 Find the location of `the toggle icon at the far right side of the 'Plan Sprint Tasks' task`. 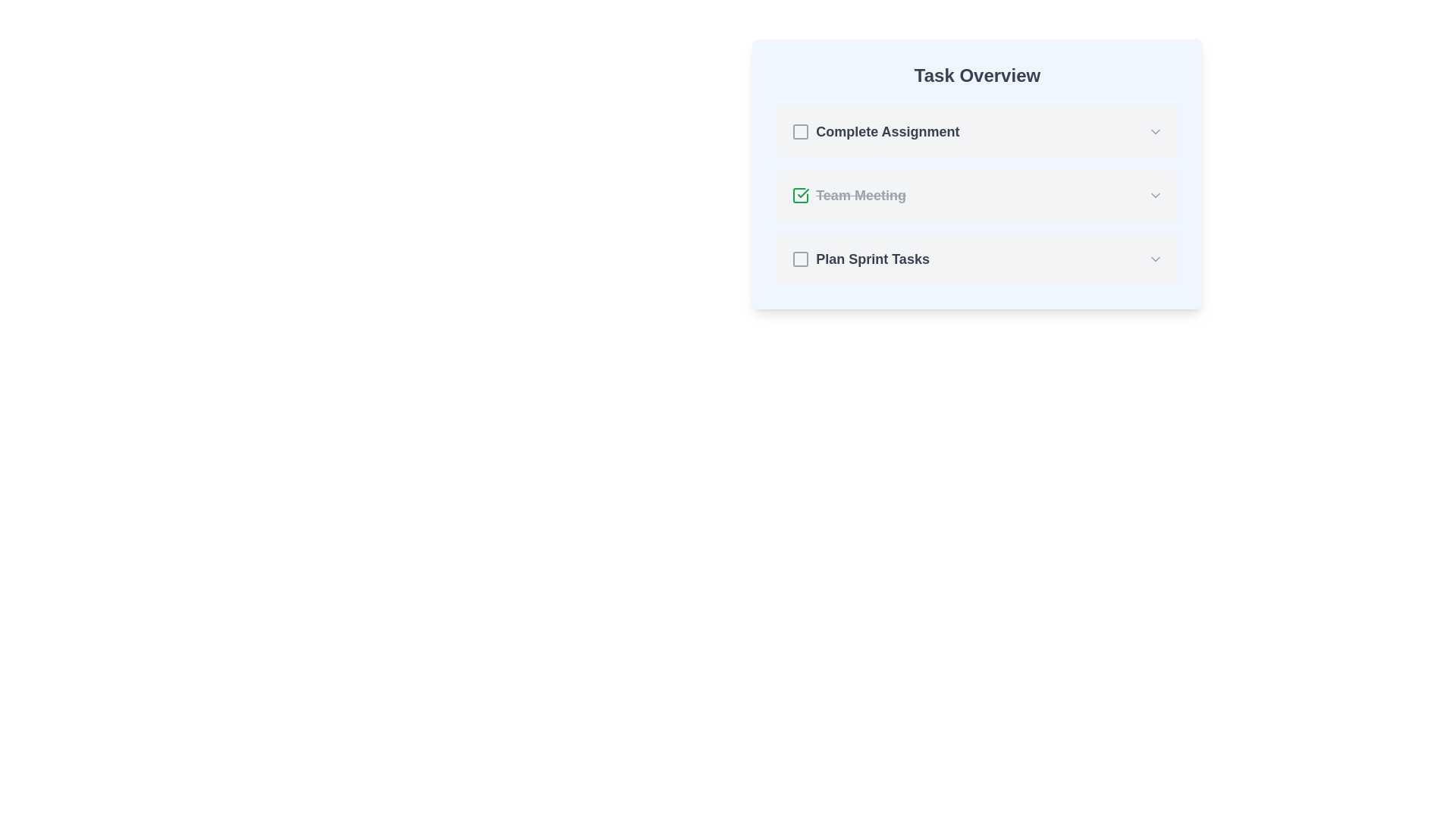

the toggle icon at the far right side of the 'Plan Sprint Tasks' task is located at coordinates (1154, 259).